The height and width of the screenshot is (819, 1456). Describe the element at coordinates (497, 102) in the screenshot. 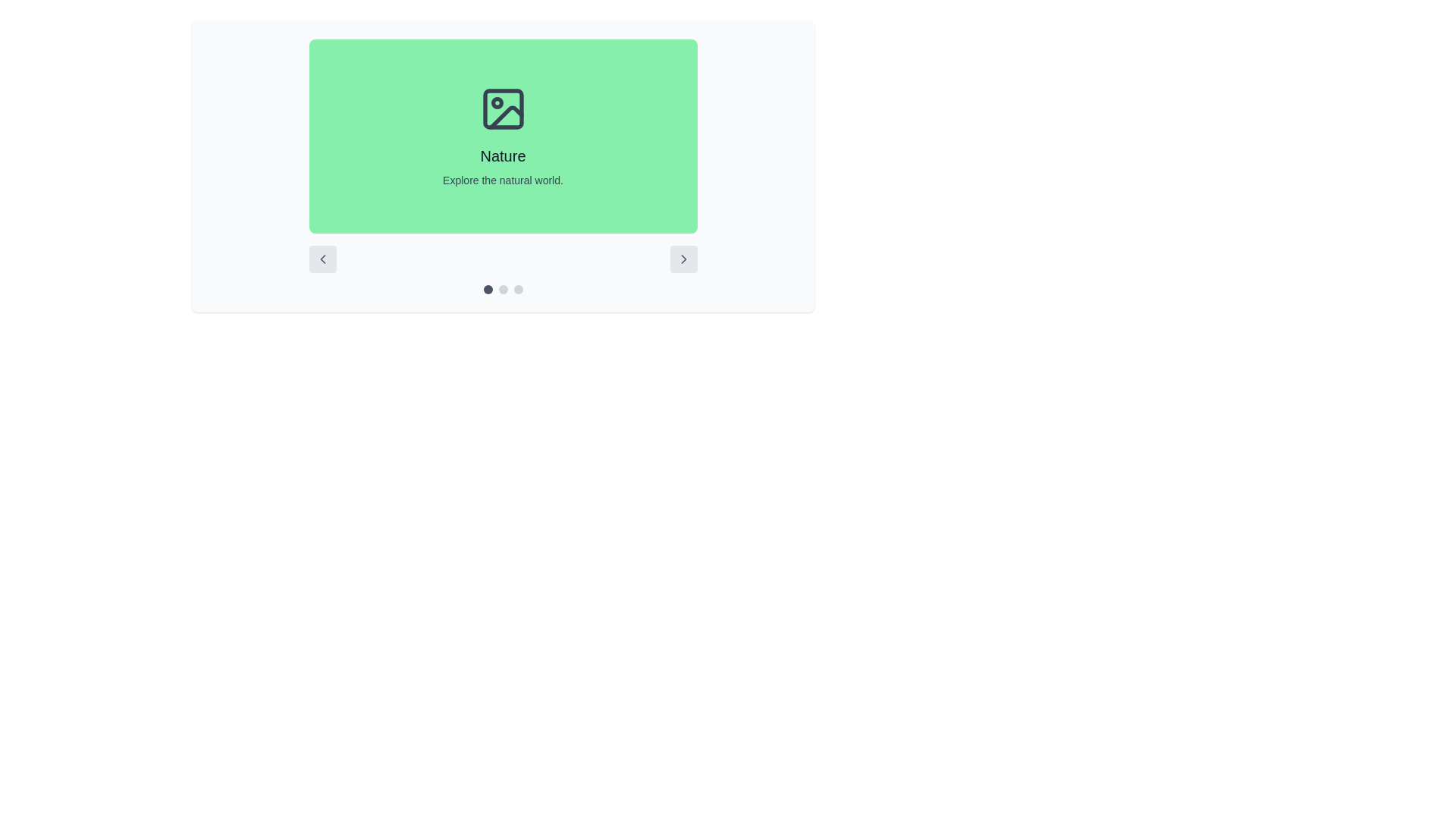

I see `the small circular shape located near the upper-left section of the pictorial icon within the green card layout` at that location.